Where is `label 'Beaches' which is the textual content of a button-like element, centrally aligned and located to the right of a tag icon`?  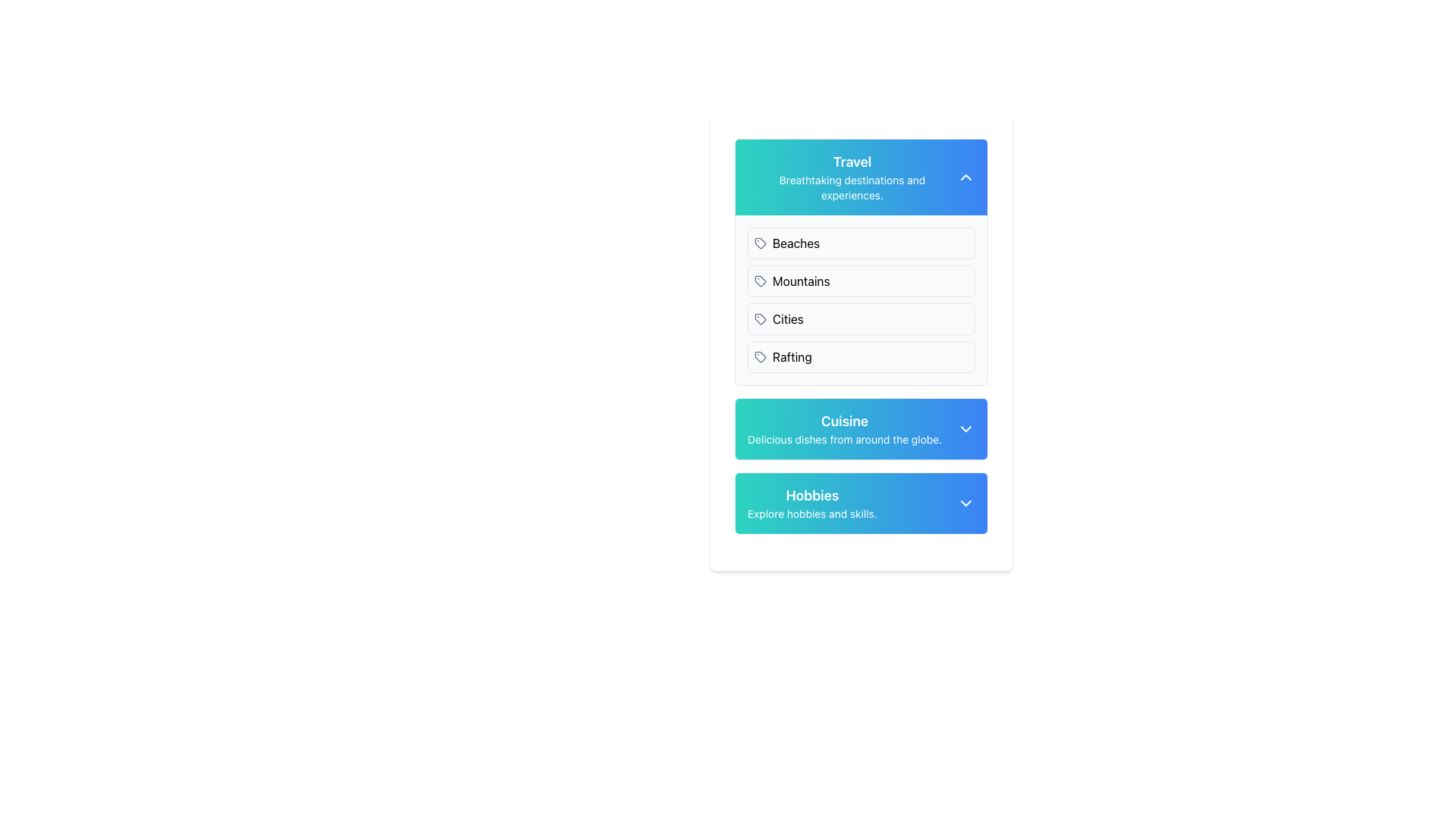
label 'Beaches' which is the textual content of a button-like element, centrally aligned and located to the right of a tag icon is located at coordinates (795, 242).